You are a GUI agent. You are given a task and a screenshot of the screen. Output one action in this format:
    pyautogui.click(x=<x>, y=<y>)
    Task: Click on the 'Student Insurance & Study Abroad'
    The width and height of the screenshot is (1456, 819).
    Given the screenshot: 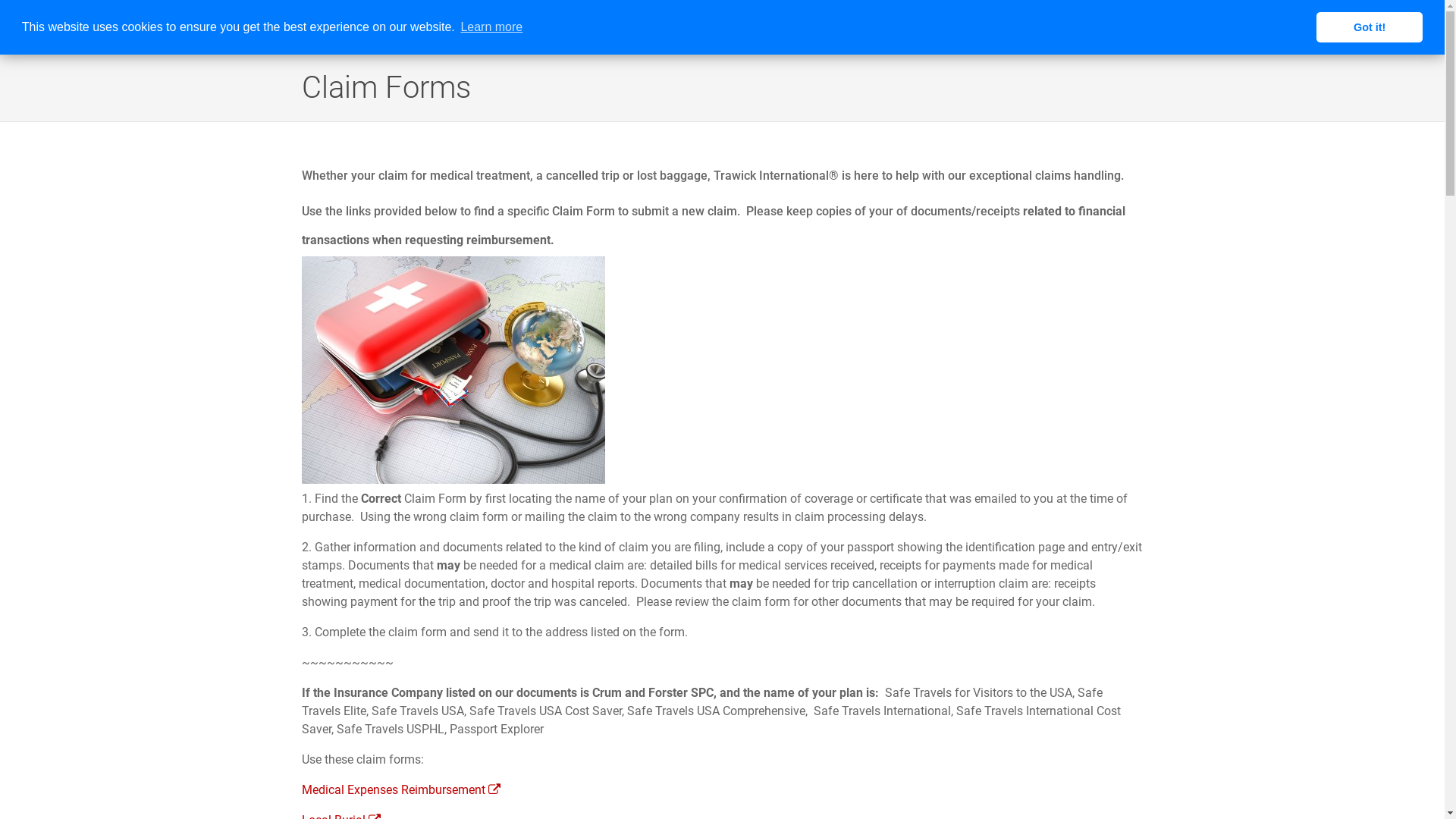 What is the action you would take?
    pyautogui.click(x=992, y=27)
    